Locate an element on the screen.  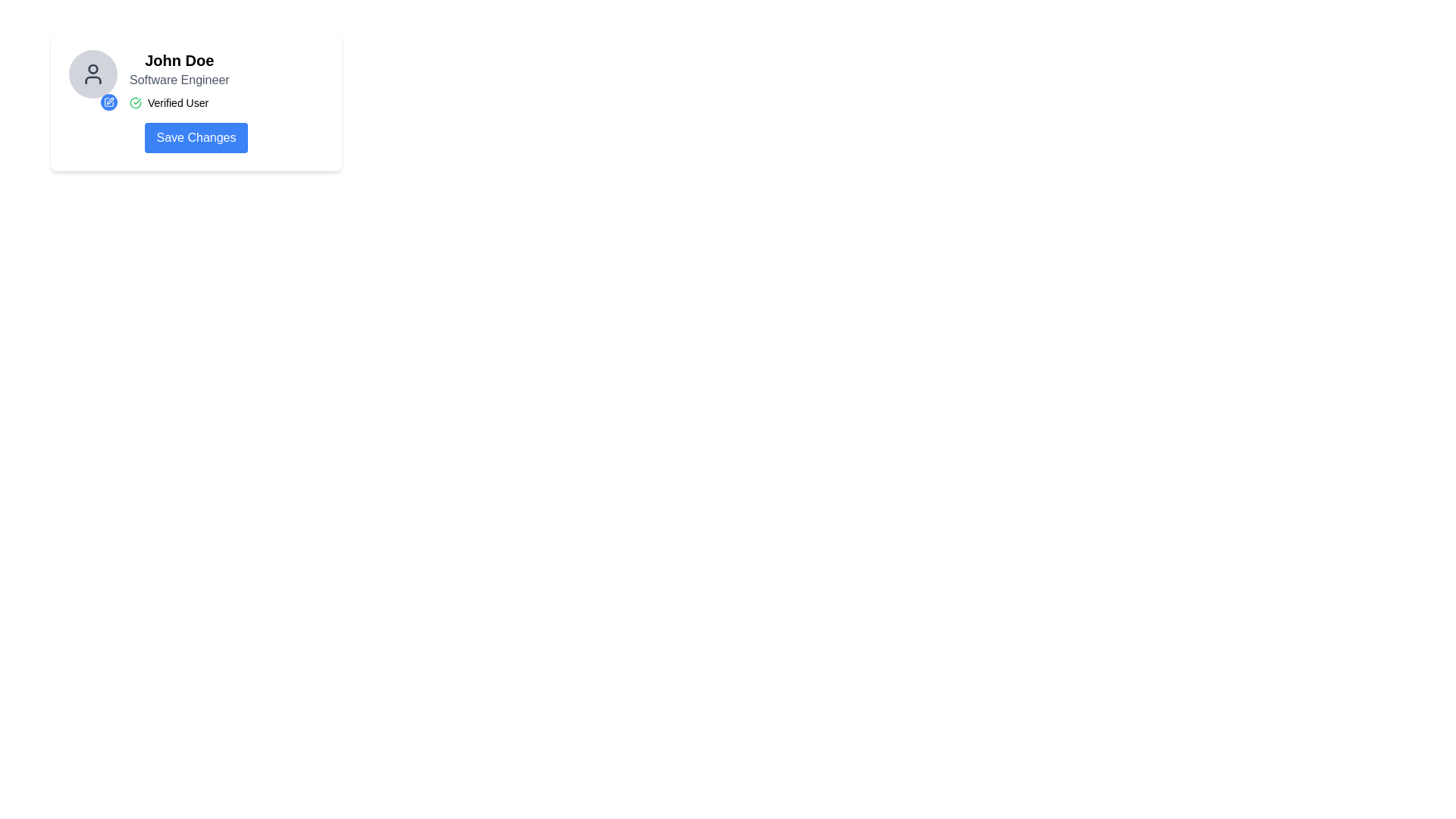
the Graphical Avatar Placeholder is located at coordinates (93, 74).